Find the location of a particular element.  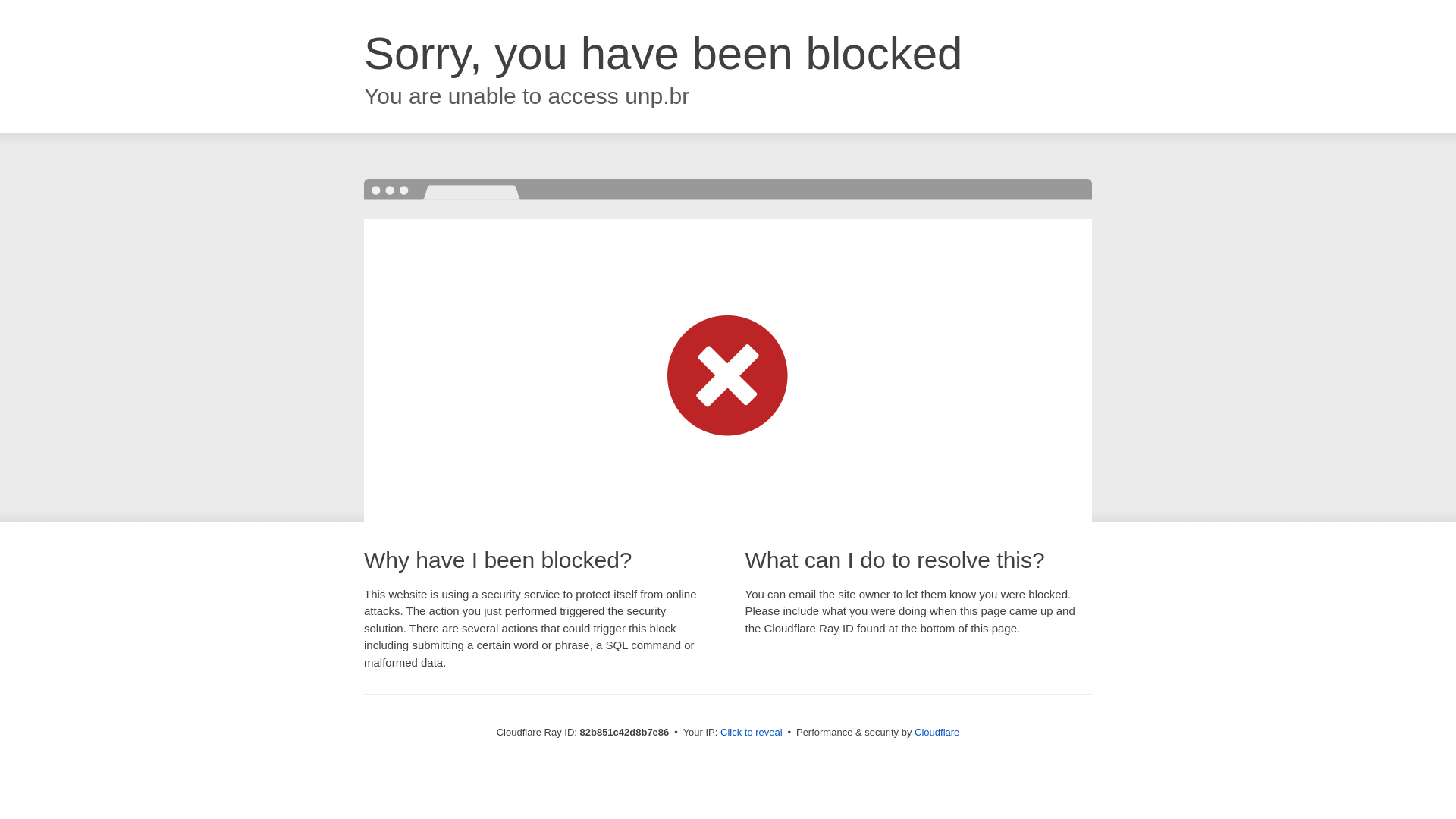

'Click to reveal' is located at coordinates (720, 731).